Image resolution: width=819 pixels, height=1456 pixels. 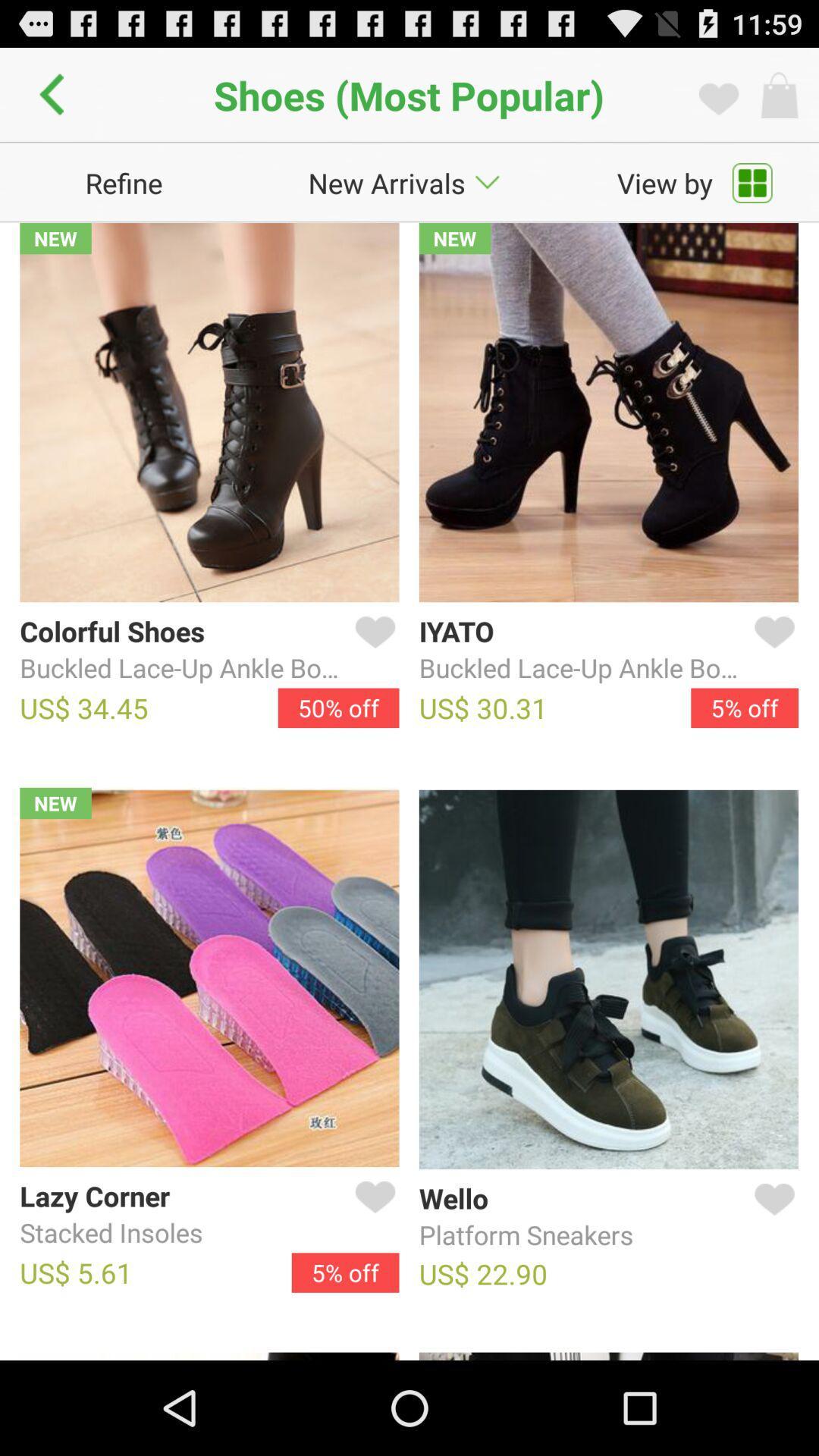 I want to click on previous, so click(x=55, y=94).